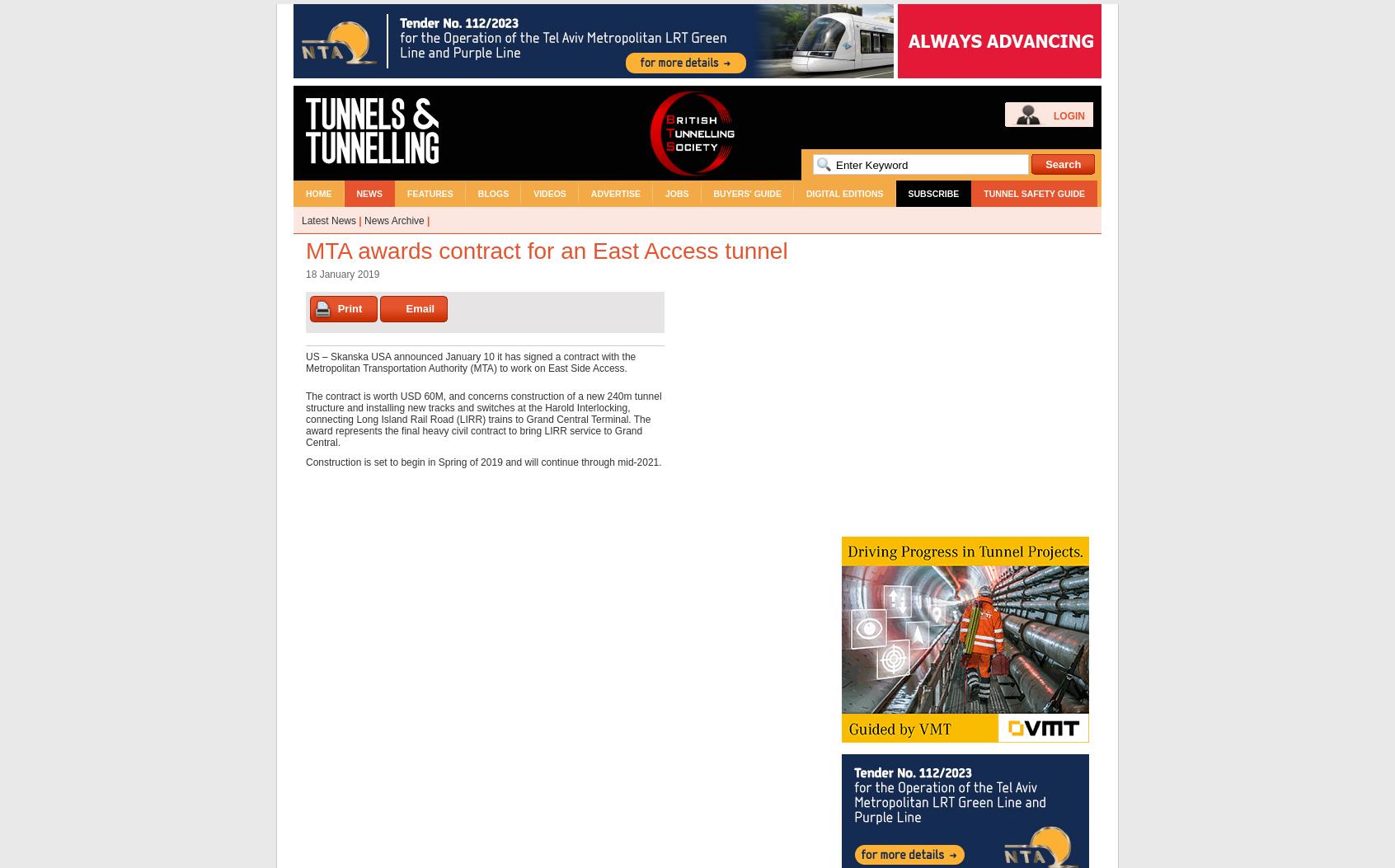 Image resolution: width=1395 pixels, height=868 pixels. What do you see at coordinates (392, 219) in the screenshot?
I see `'News Archive'` at bounding box center [392, 219].